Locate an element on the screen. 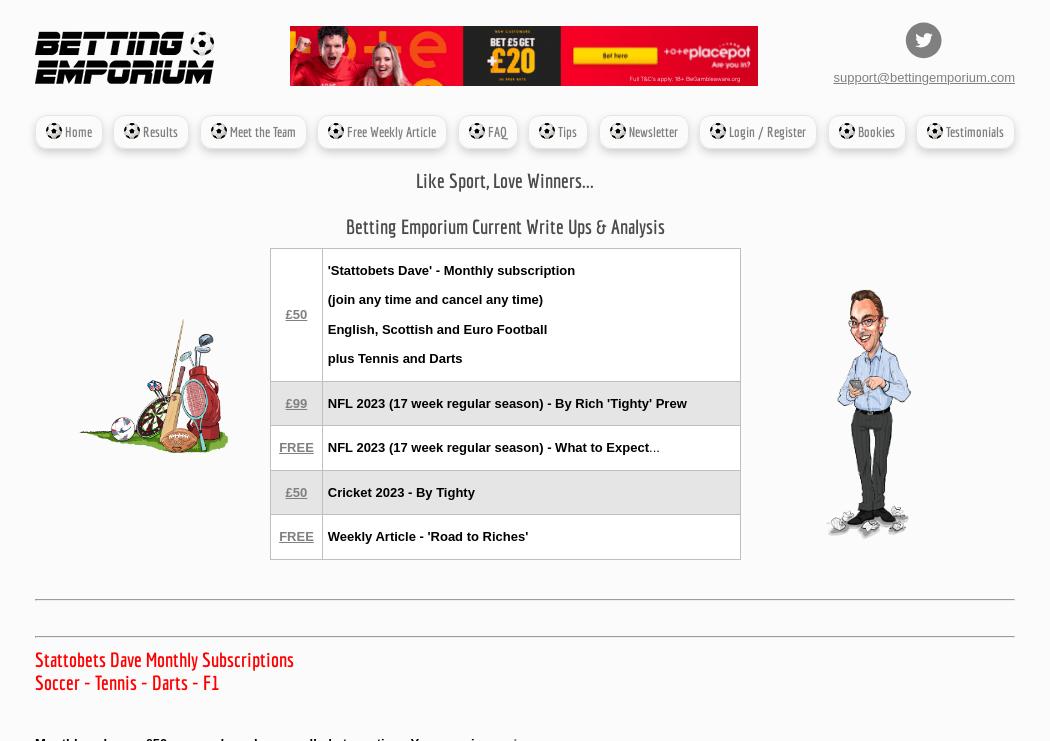 The height and width of the screenshot is (741, 1050). 'Stattobets Dave Monthly Subscriptions' is located at coordinates (34, 659).